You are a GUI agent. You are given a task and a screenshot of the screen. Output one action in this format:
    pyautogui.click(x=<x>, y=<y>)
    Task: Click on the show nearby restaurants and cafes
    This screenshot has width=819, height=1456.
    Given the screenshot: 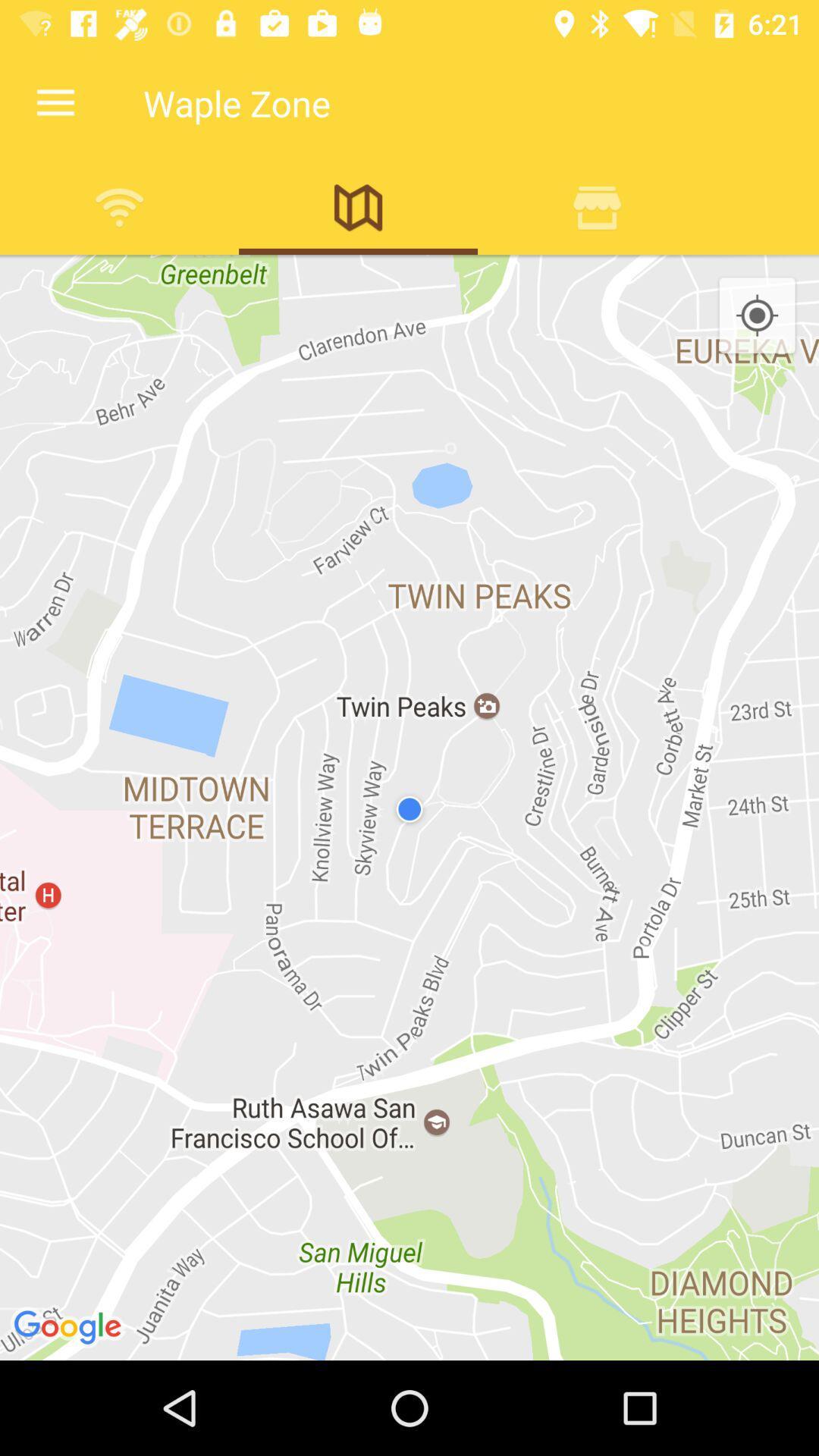 What is the action you would take?
    pyautogui.click(x=596, y=206)
    